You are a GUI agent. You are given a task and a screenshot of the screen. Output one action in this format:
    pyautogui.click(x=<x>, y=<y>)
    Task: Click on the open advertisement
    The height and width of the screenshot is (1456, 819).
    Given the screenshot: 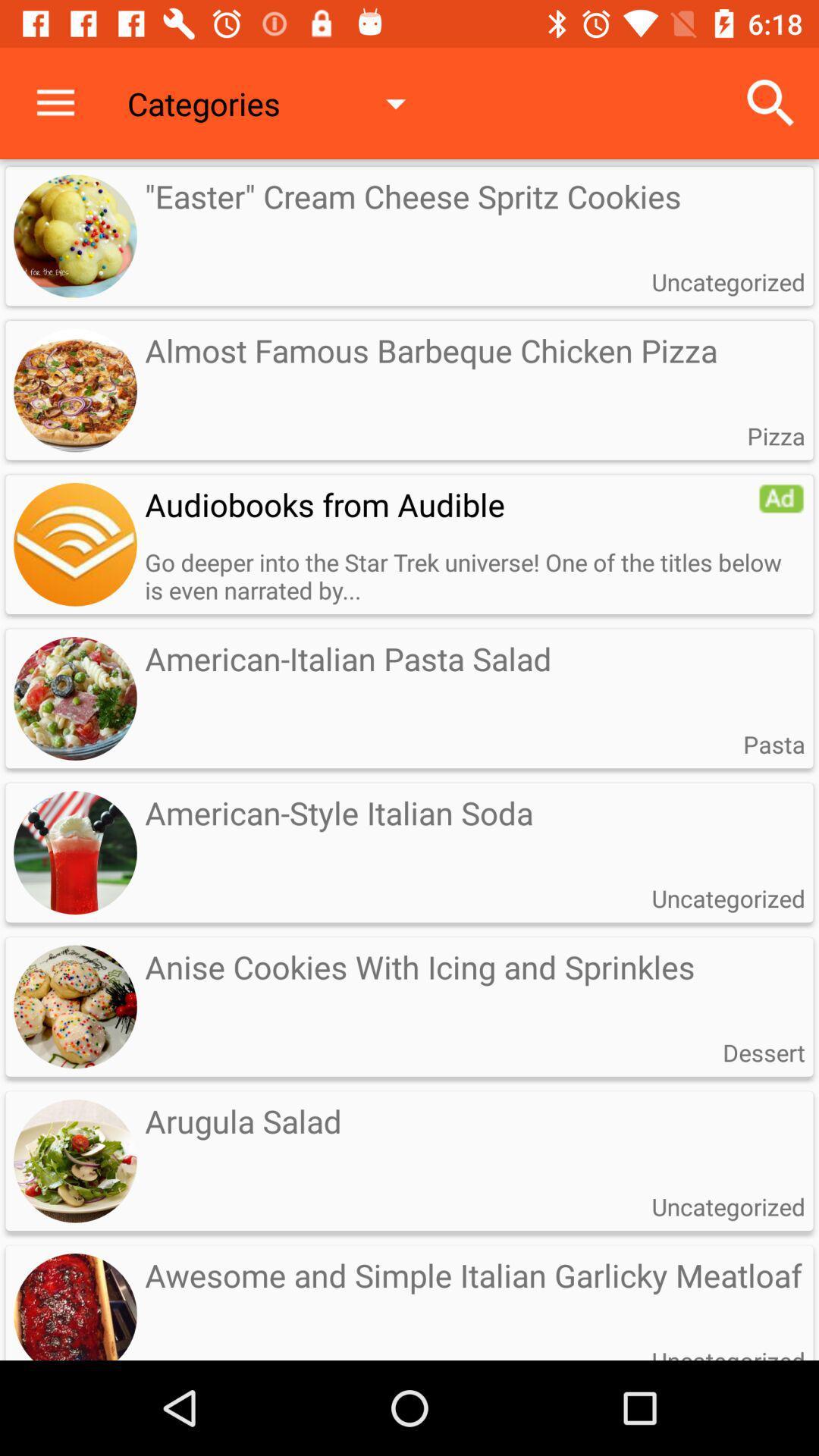 What is the action you would take?
    pyautogui.click(x=781, y=498)
    